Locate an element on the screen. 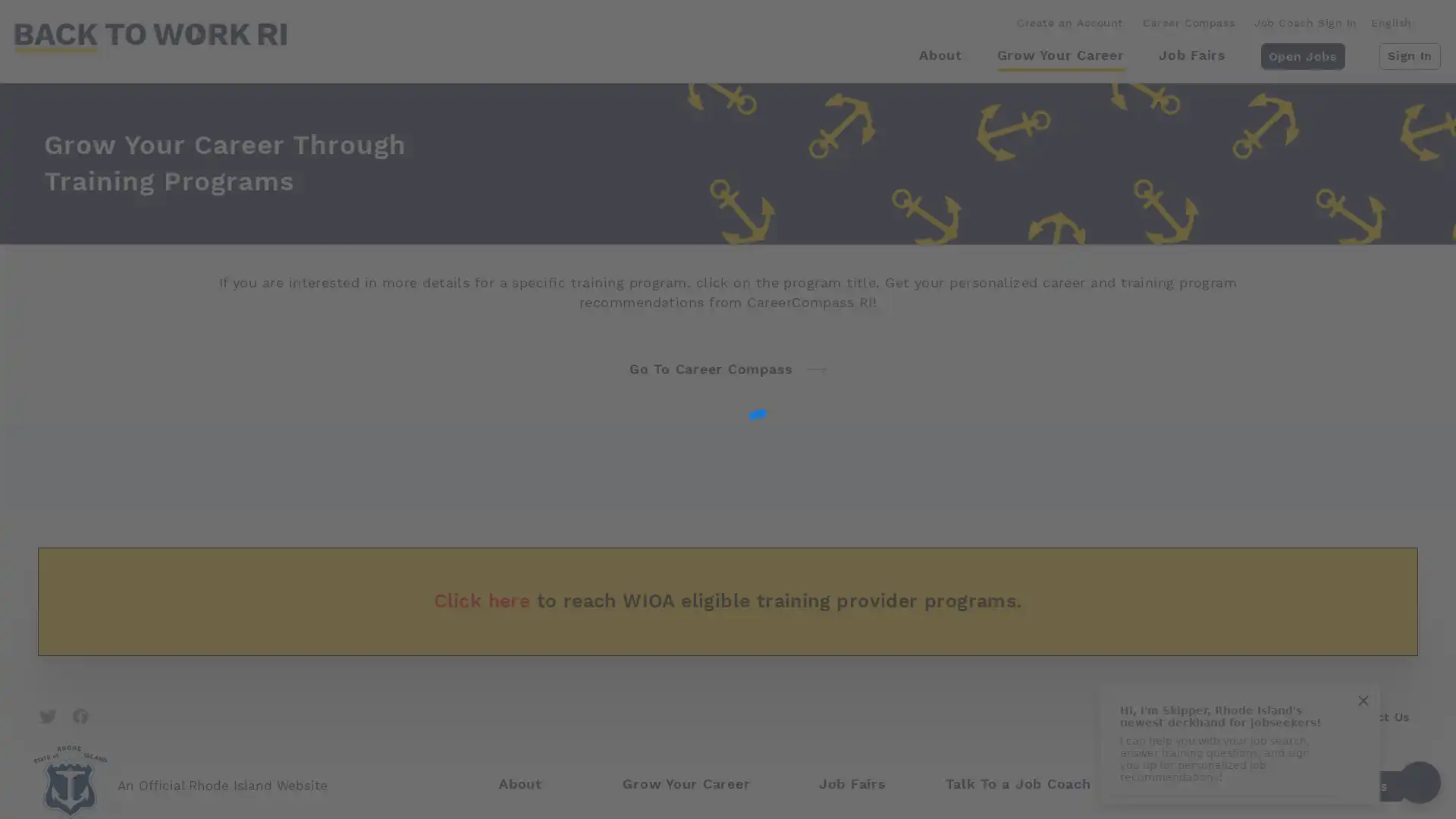 The width and height of the screenshot is (1456, 819). Sign In is located at coordinates (1409, 55).